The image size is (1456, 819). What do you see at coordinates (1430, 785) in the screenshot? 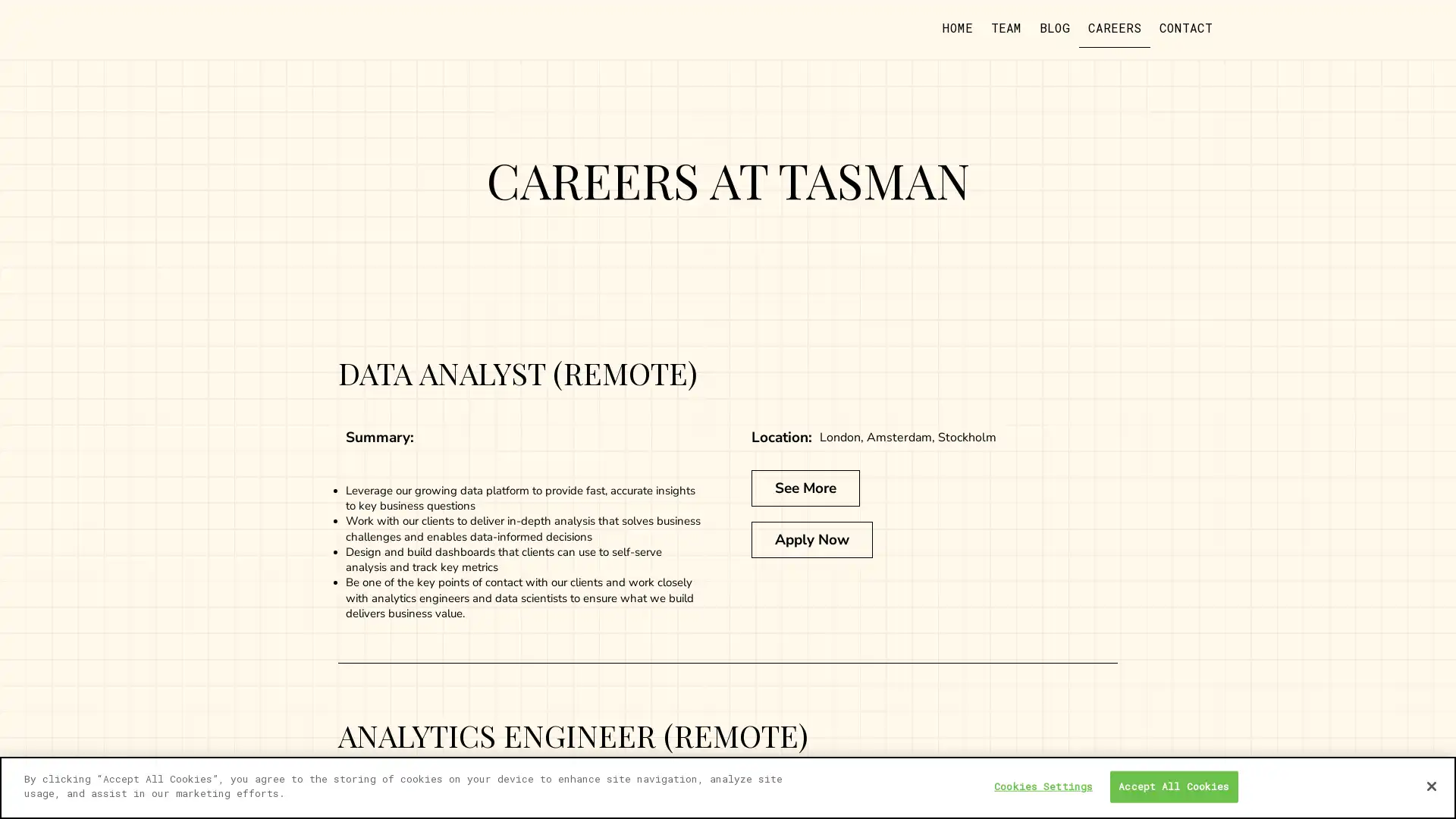
I see `Close` at bounding box center [1430, 785].